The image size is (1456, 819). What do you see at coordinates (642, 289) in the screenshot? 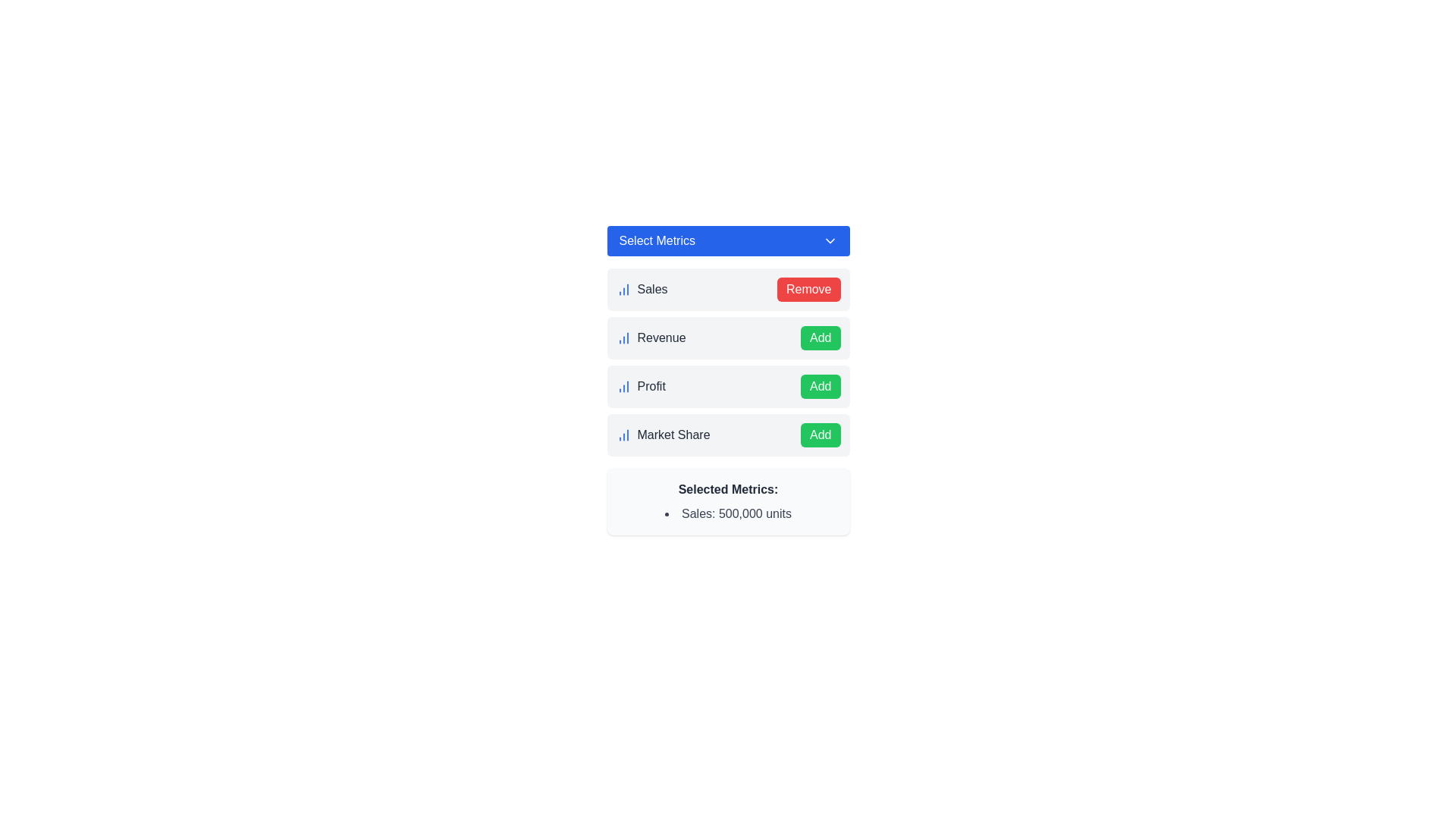
I see `the 'Sales' label that displays dark gray text and is positioned to the left of the 'Remove' button, above the 'Revenue' label` at bounding box center [642, 289].